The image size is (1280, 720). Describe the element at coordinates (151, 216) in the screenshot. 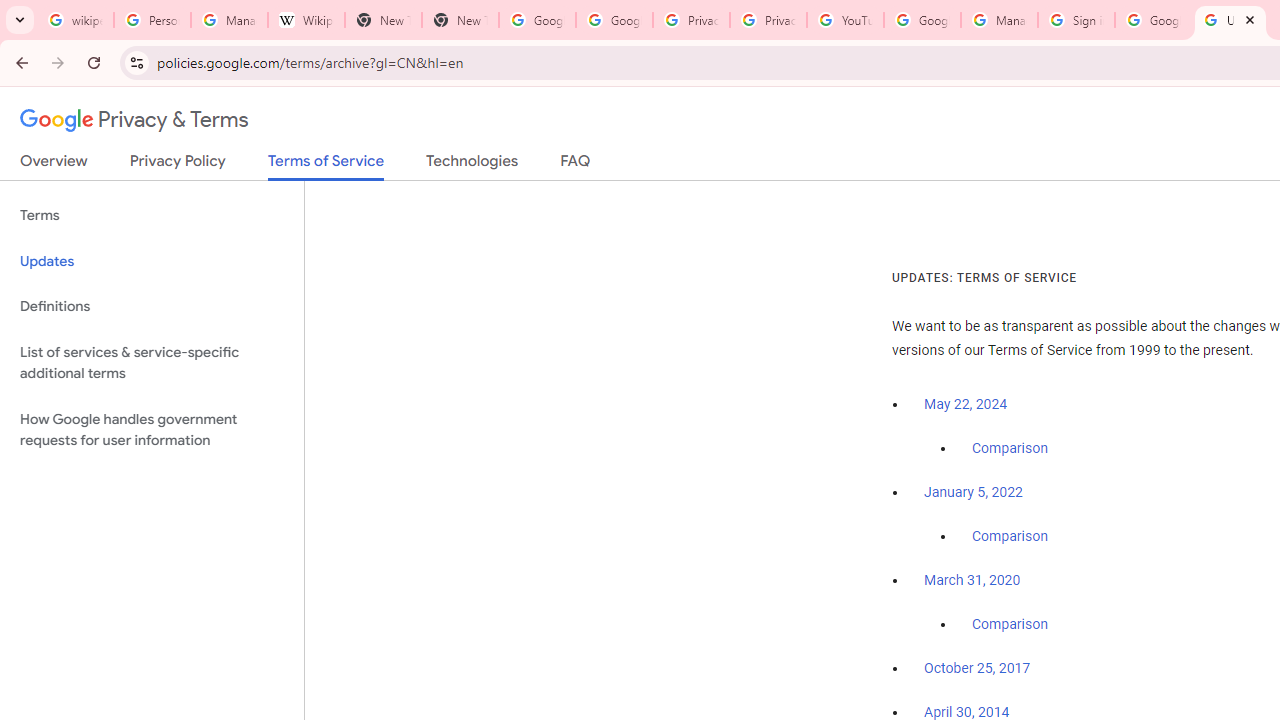

I see `'Terms'` at that location.